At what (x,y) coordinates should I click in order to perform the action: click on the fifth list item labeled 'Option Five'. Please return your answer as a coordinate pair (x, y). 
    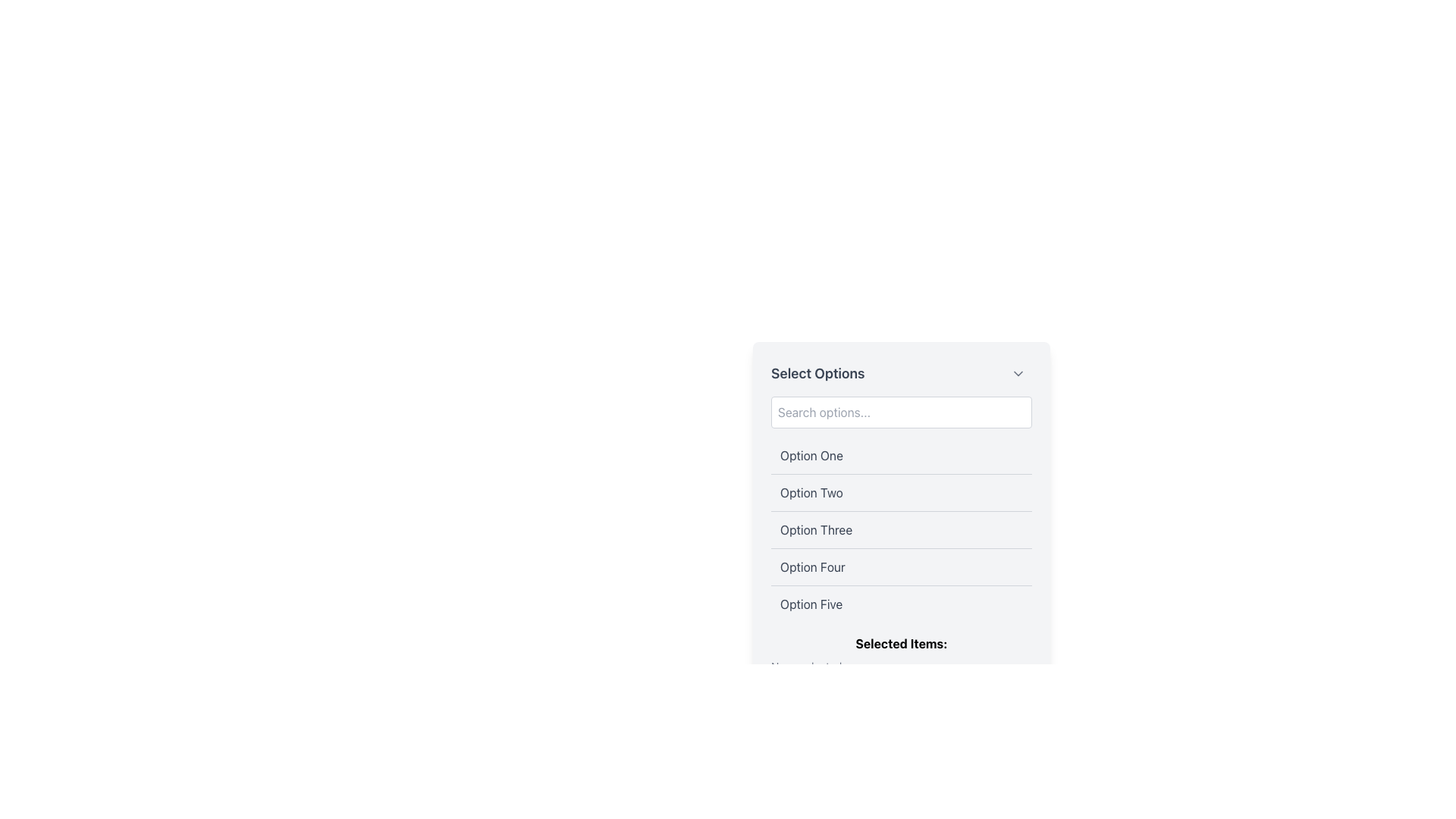
    Looking at the image, I should click on (902, 602).